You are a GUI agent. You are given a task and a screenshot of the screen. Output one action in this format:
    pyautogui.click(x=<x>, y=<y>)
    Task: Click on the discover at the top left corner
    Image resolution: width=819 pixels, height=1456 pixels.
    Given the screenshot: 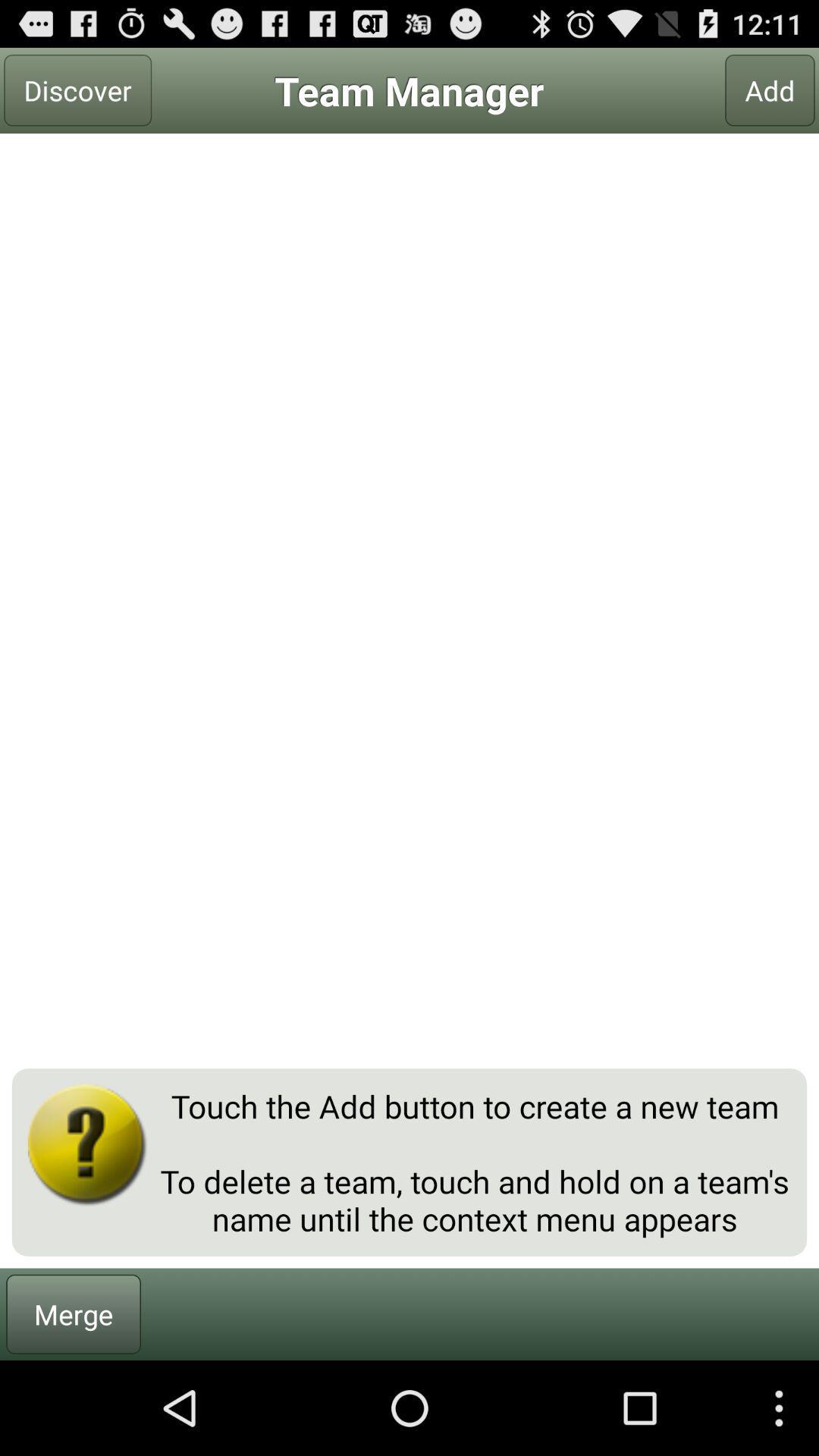 What is the action you would take?
    pyautogui.click(x=77, y=89)
    